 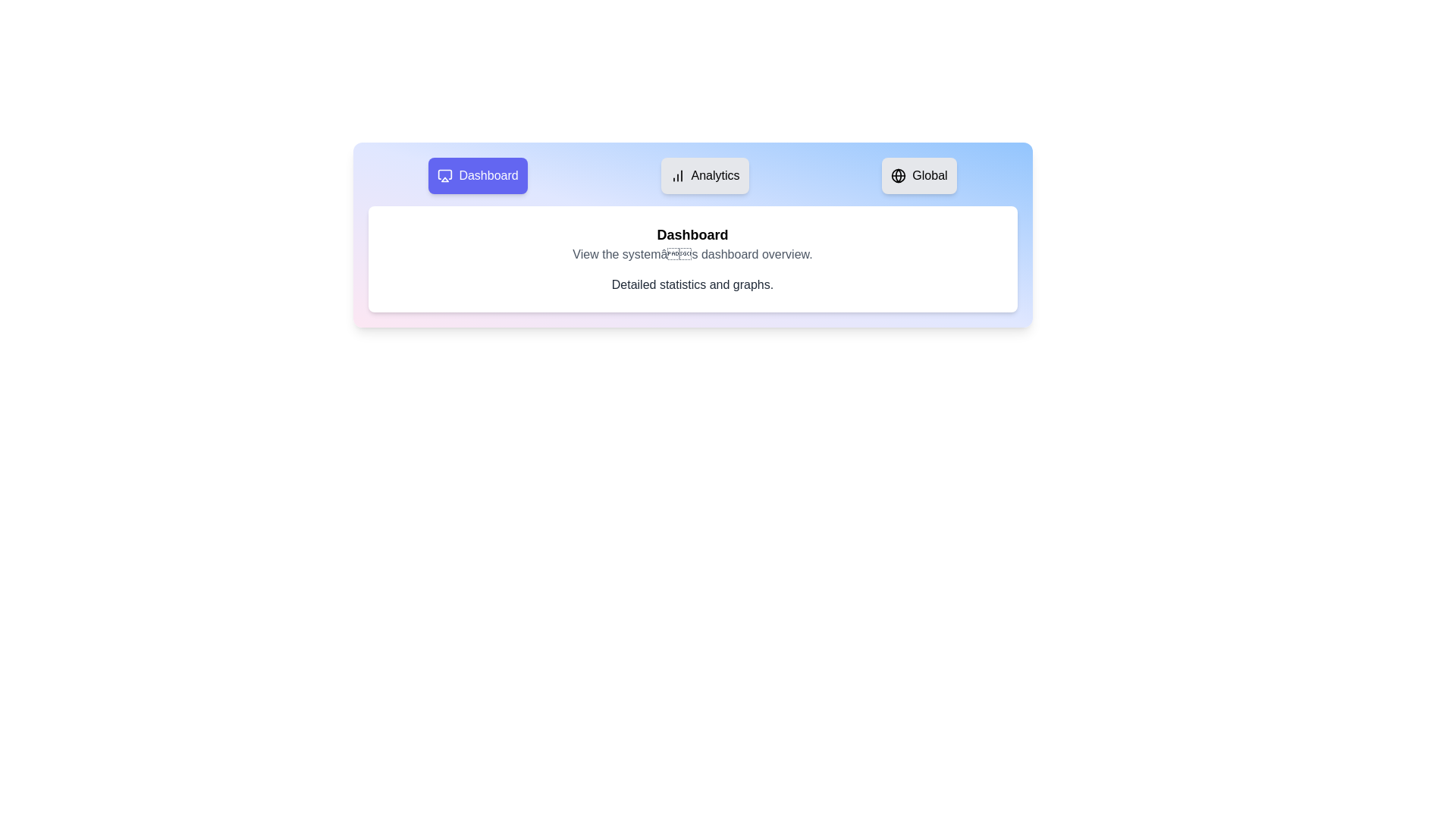 What do you see at coordinates (918, 174) in the screenshot?
I see `the tab labeled Global` at bounding box center [918, 174].